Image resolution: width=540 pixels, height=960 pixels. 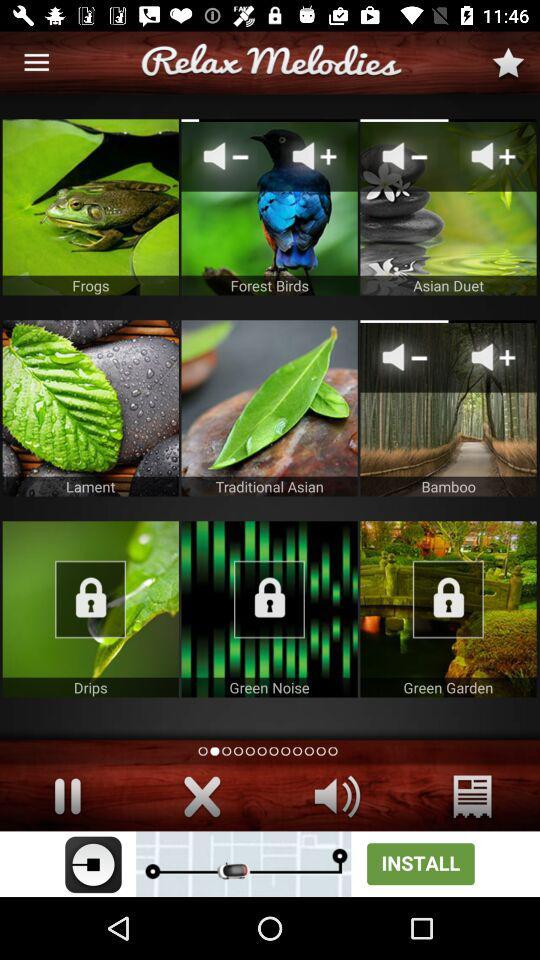 I want to click on install, so click(x=270, y=863).